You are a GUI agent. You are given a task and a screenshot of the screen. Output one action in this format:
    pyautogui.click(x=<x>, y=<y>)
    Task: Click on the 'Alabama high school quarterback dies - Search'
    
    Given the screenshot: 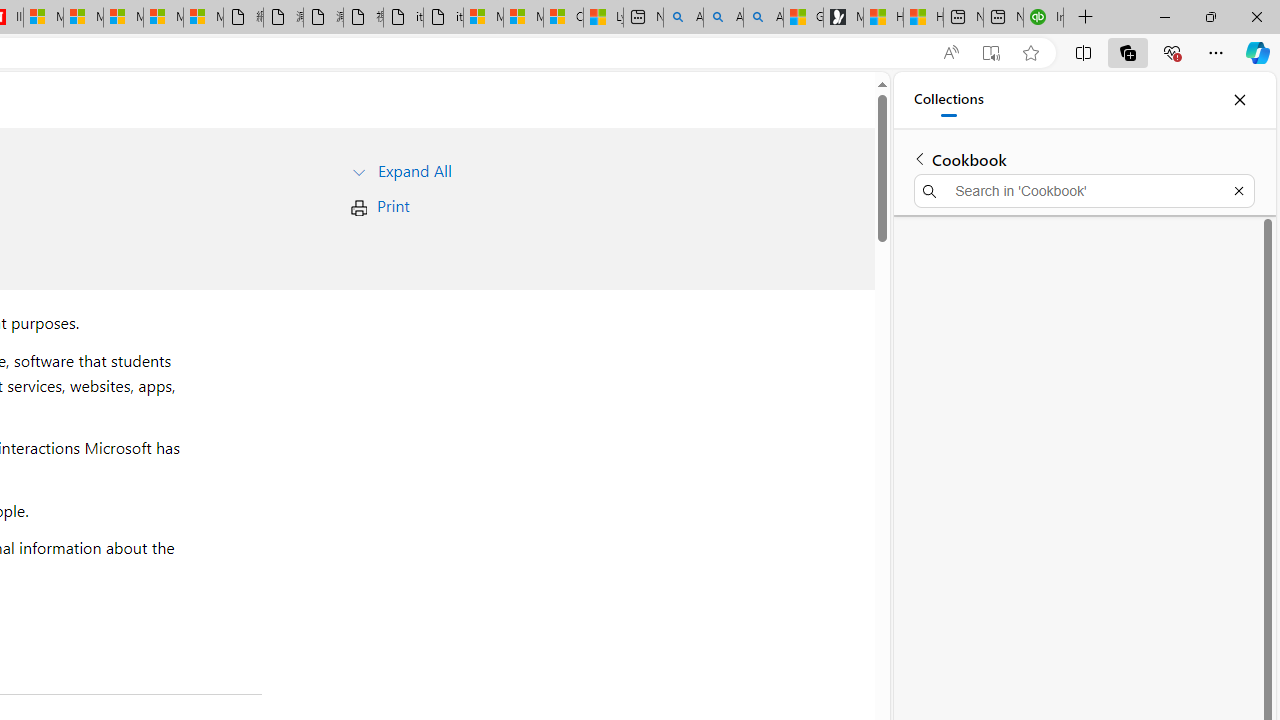 What is the action you would take?
    pyautogui.click(x=683, y=17)
    